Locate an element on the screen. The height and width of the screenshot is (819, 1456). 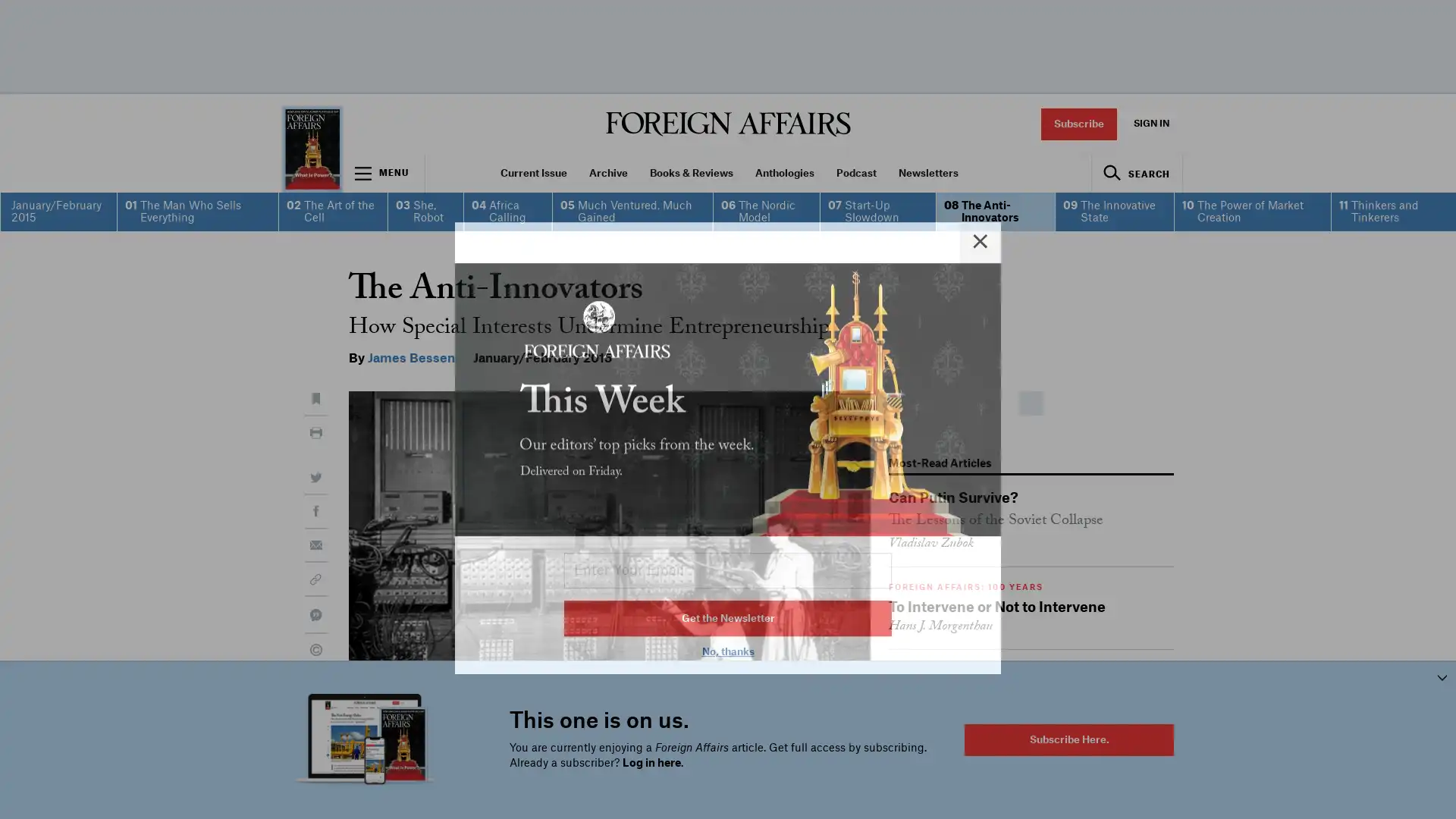
Toggle overflow menu navigation is located at coordinates (383, 172).